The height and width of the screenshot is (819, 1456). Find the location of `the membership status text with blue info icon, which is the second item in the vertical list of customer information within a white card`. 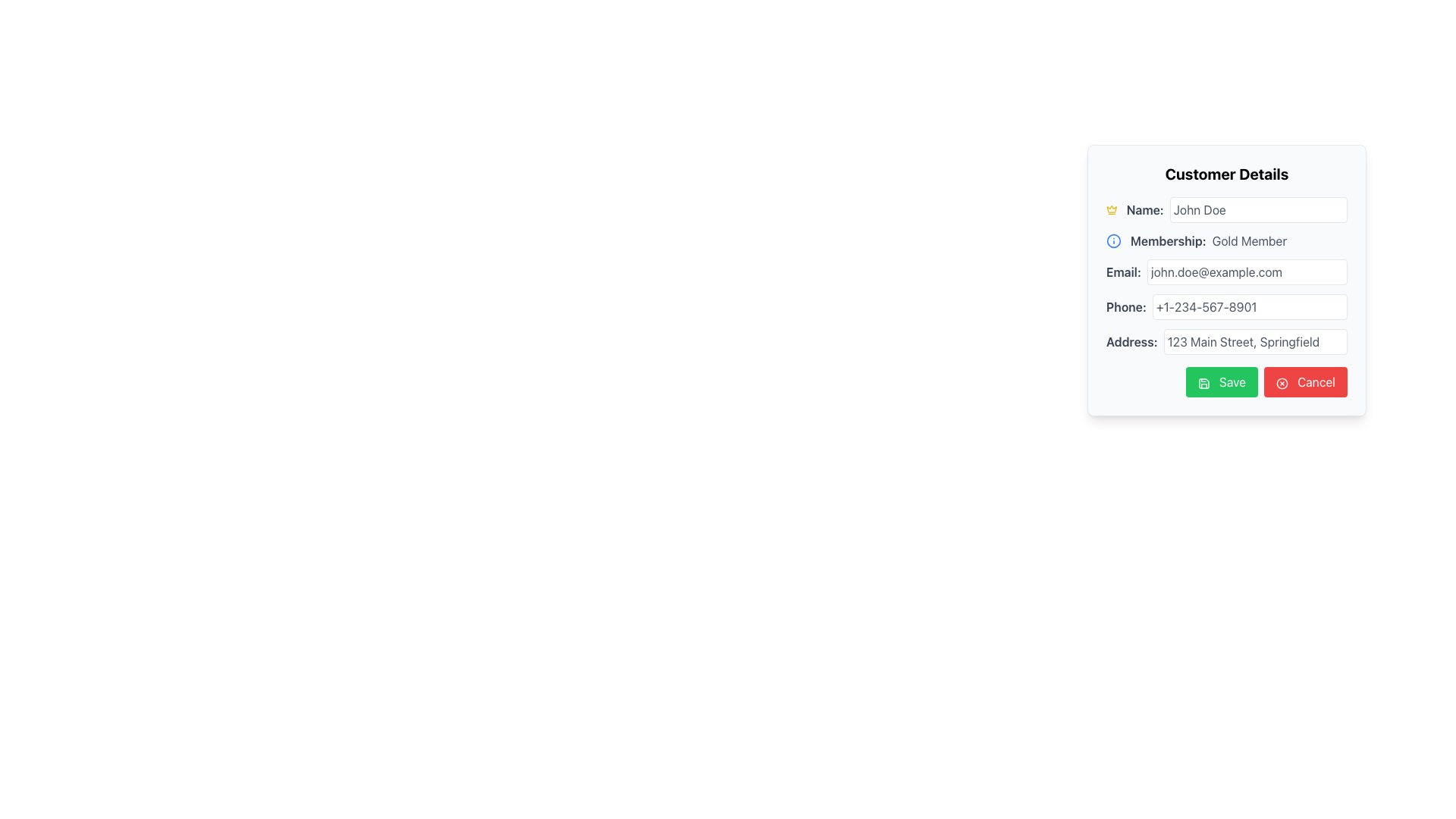

the membership status text with blue info icon, which is the second item in the vertical list of customer information within a white card is located at coordinates (1226, 240).